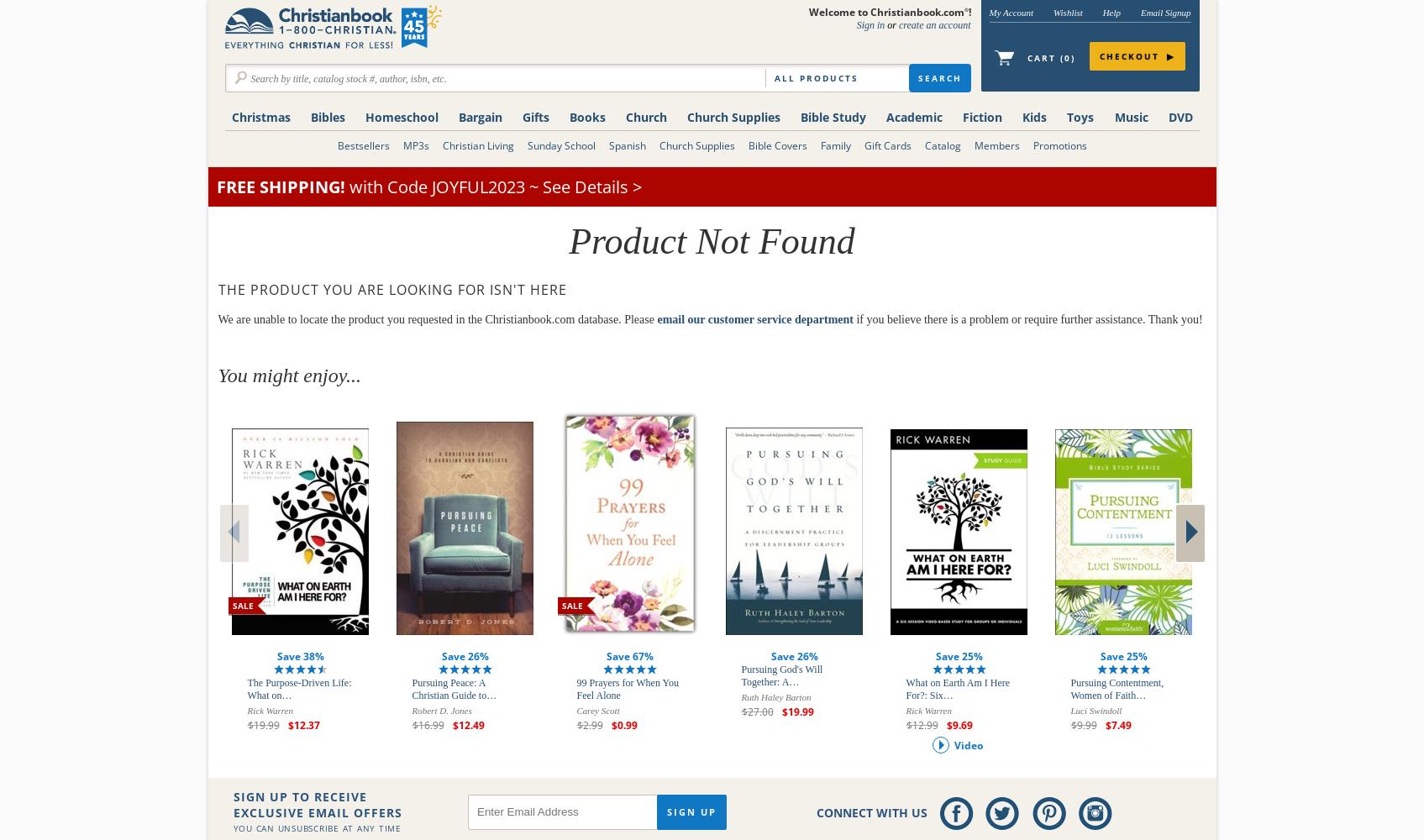  What do you see at coordinates (1043, 57) in the screenshot?
I see `'Cart'` at bounding box center [1043, 57].